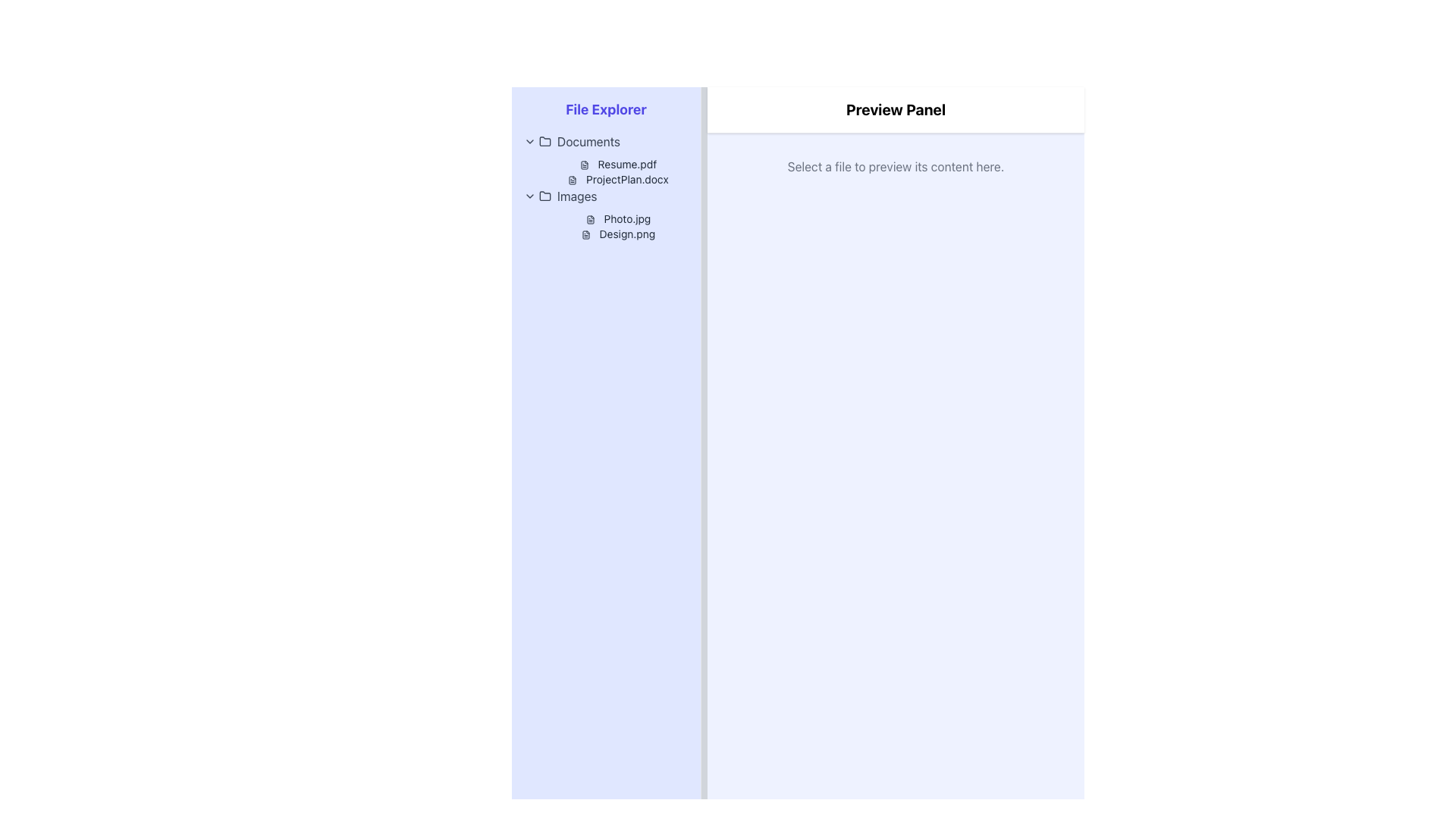 The image size is (1456, 819). I want to click on the 'Design.png' label in the 'File Explorer' panel, so click(618, 234).